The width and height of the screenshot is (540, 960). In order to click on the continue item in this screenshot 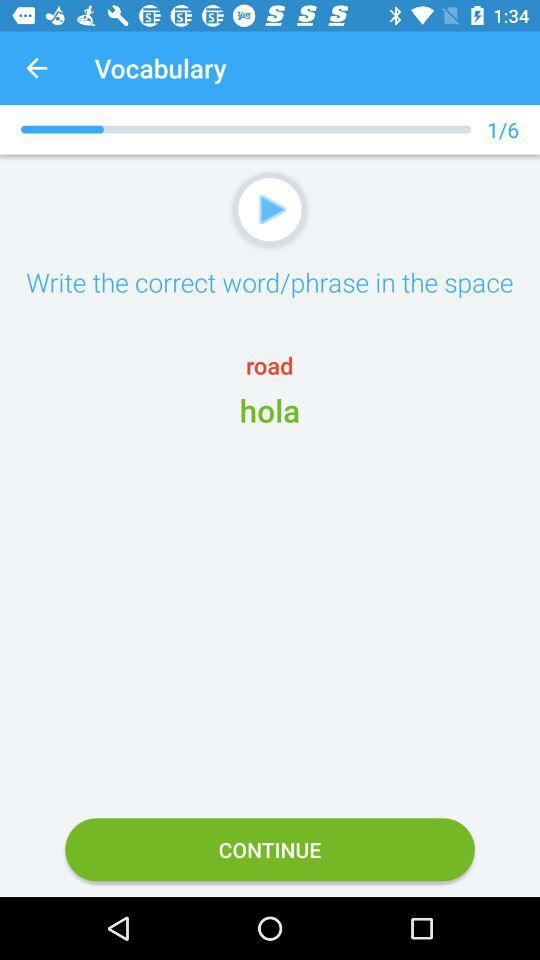, I will do `click(270, 848)`.